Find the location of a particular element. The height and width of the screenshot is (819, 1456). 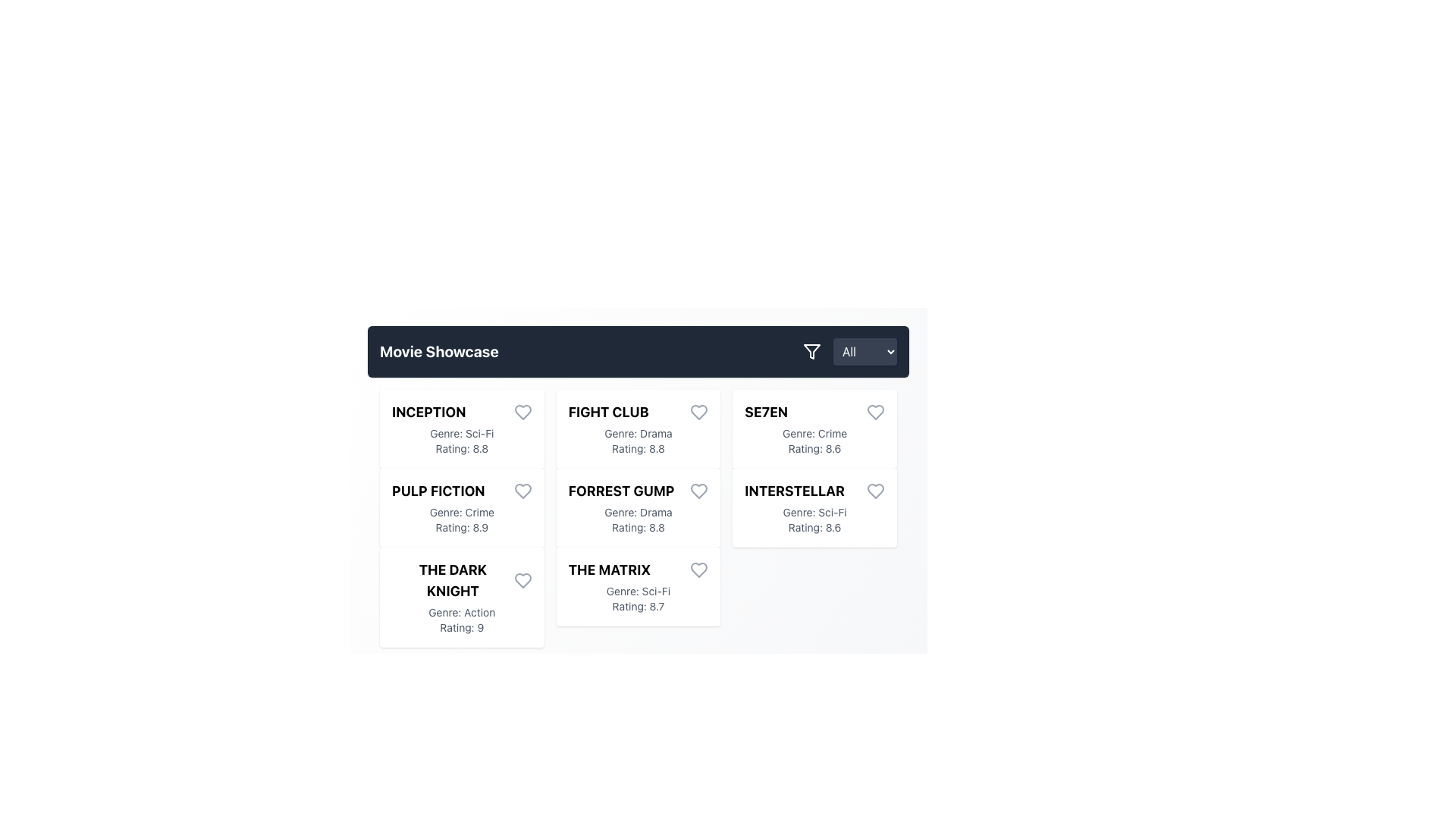

'Crime' text label located in the 'Pulp Fiction' movie card, which is displayed alongside the 'Genre:' label is located at coordinates (479, 512).